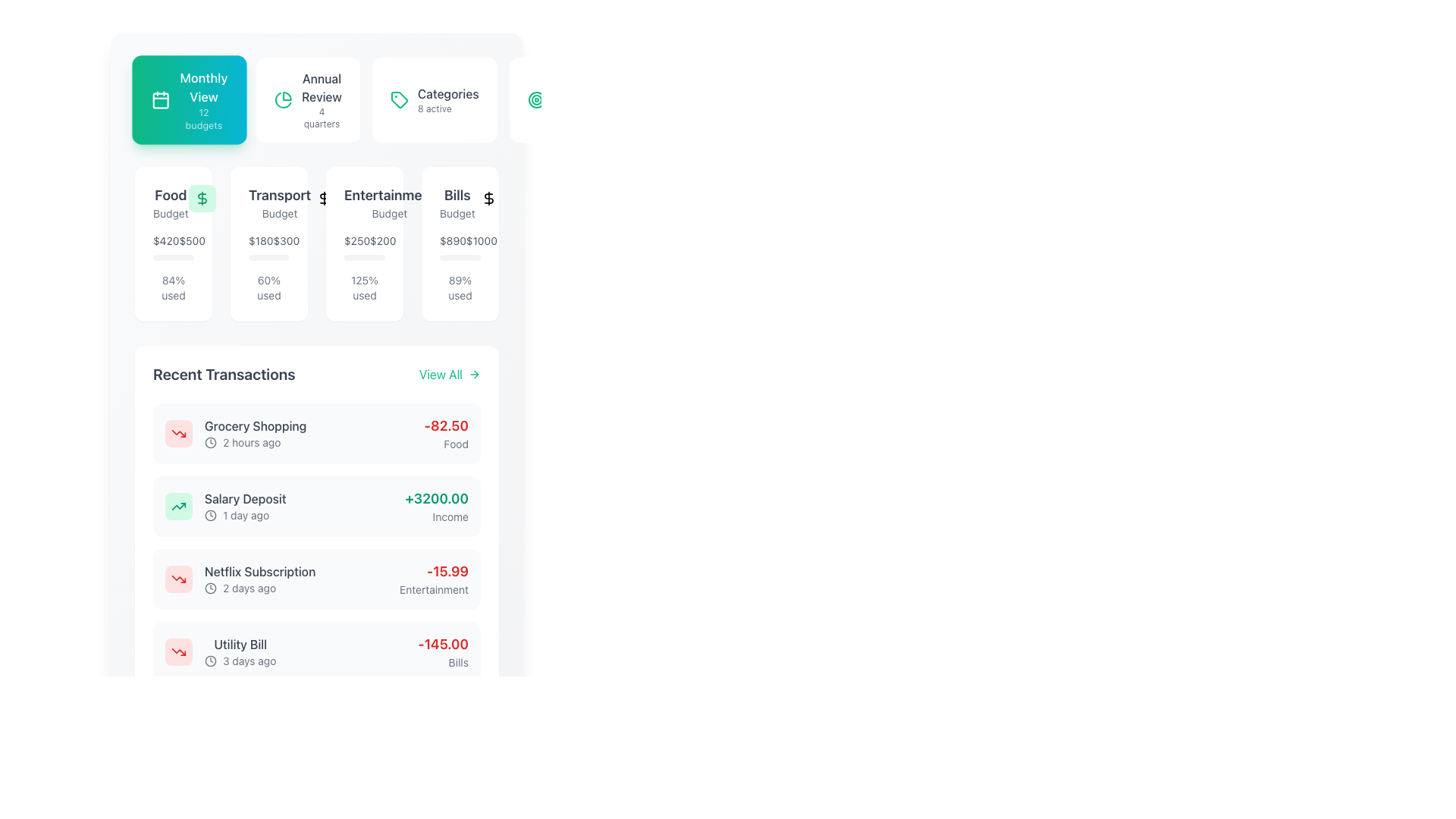  What do you see at coordinates (321, 117) in the screenshot?
I see `text label located below the 'Annual Review' section, which provides additional context for that section` at bounding box center [321, 117].